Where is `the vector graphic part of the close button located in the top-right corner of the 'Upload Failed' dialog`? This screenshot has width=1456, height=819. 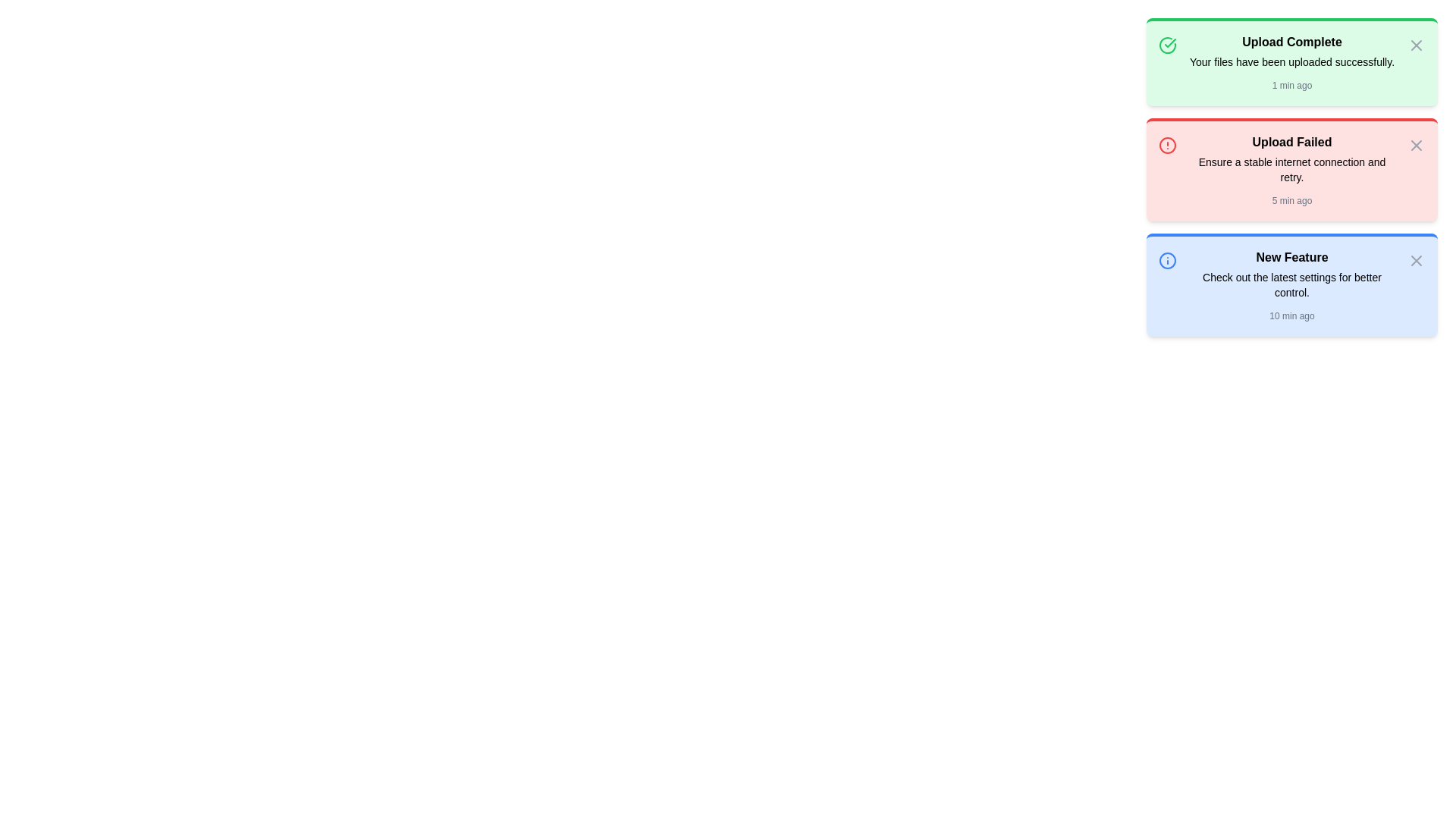 the vector graphic part of the close button located in the top-right corner of the 'Upload Failed' dialog is located at coordinates (1415, 146).